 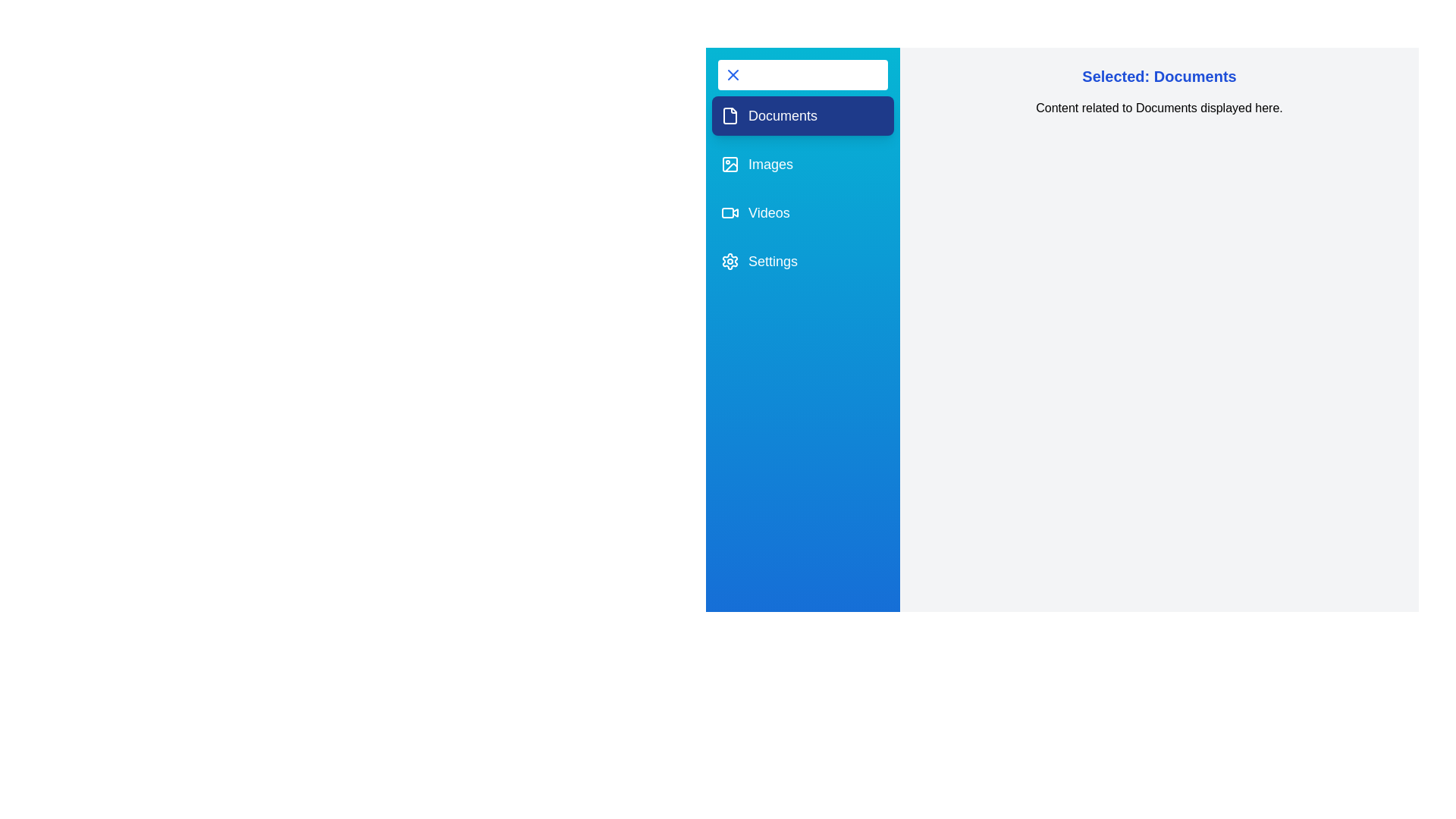 I want to click on the tab Documents from the MultimediaDrawer component, so click(x=802, y=115).